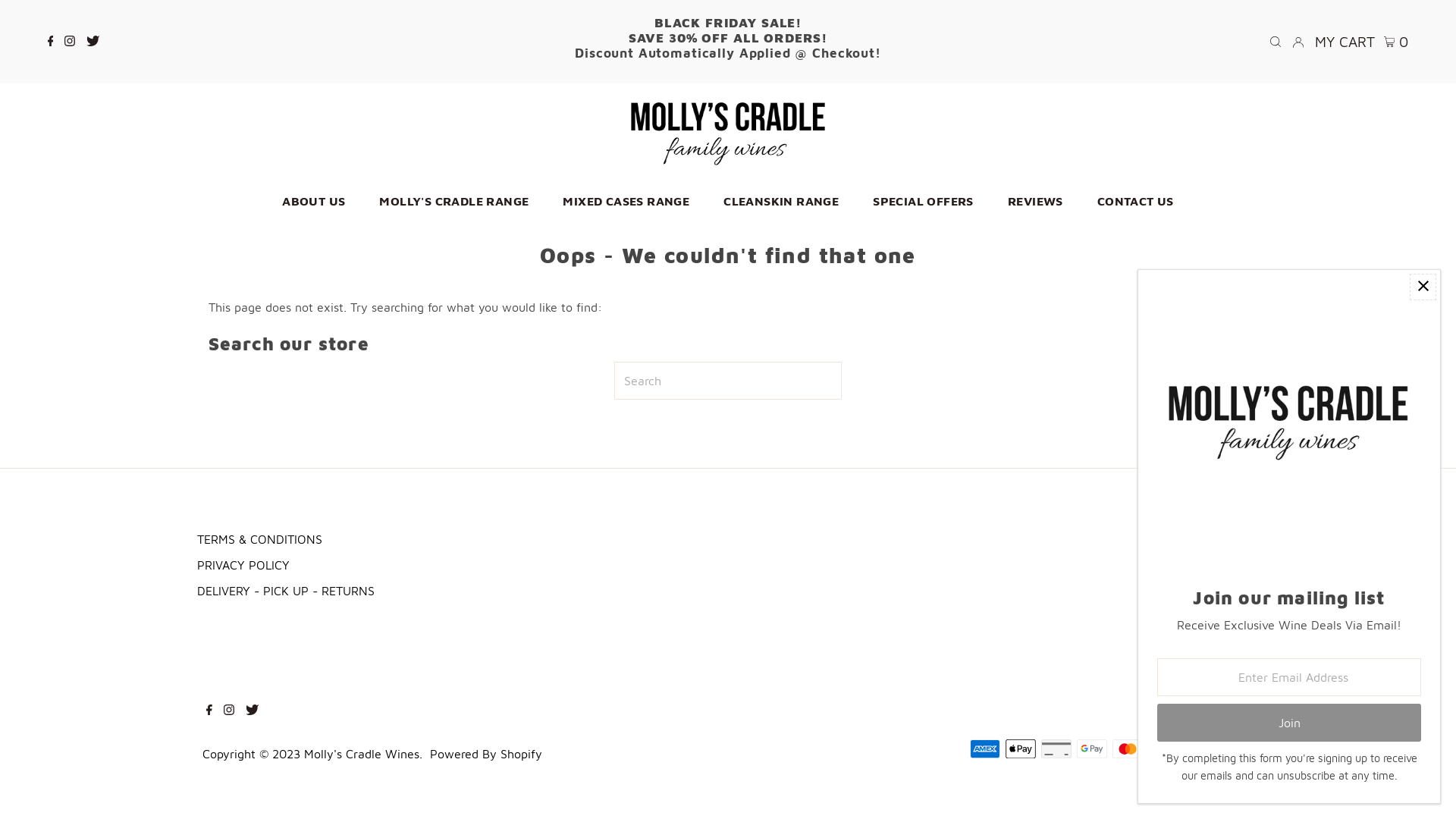  I want to click on 'ABOUT US', so click(312, 200).